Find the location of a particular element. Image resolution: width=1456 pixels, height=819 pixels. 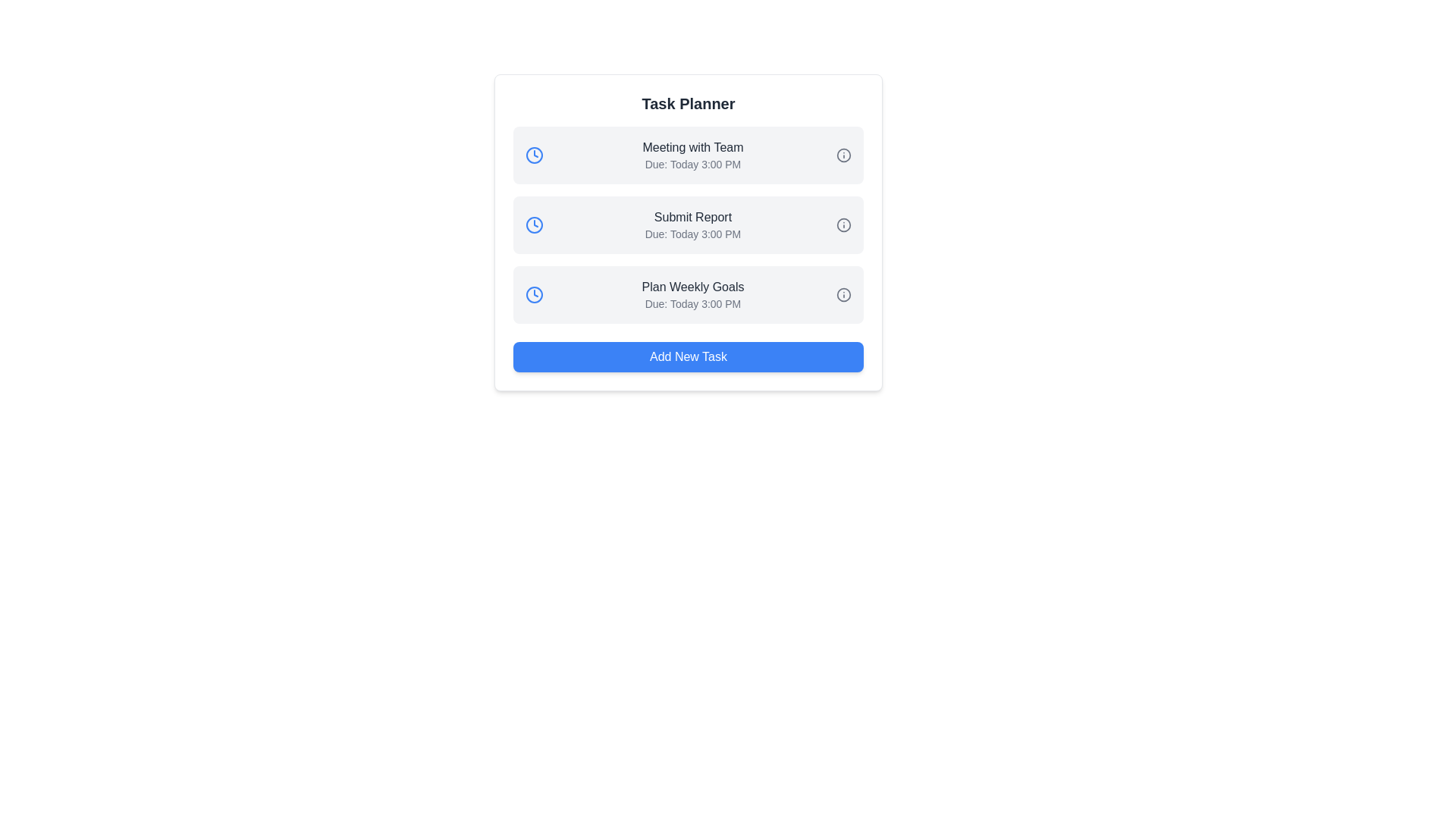

the 'Add New Task' button located at the bottom of the task panel to initiate the addition of a new task is located at coordinates (687, 356).